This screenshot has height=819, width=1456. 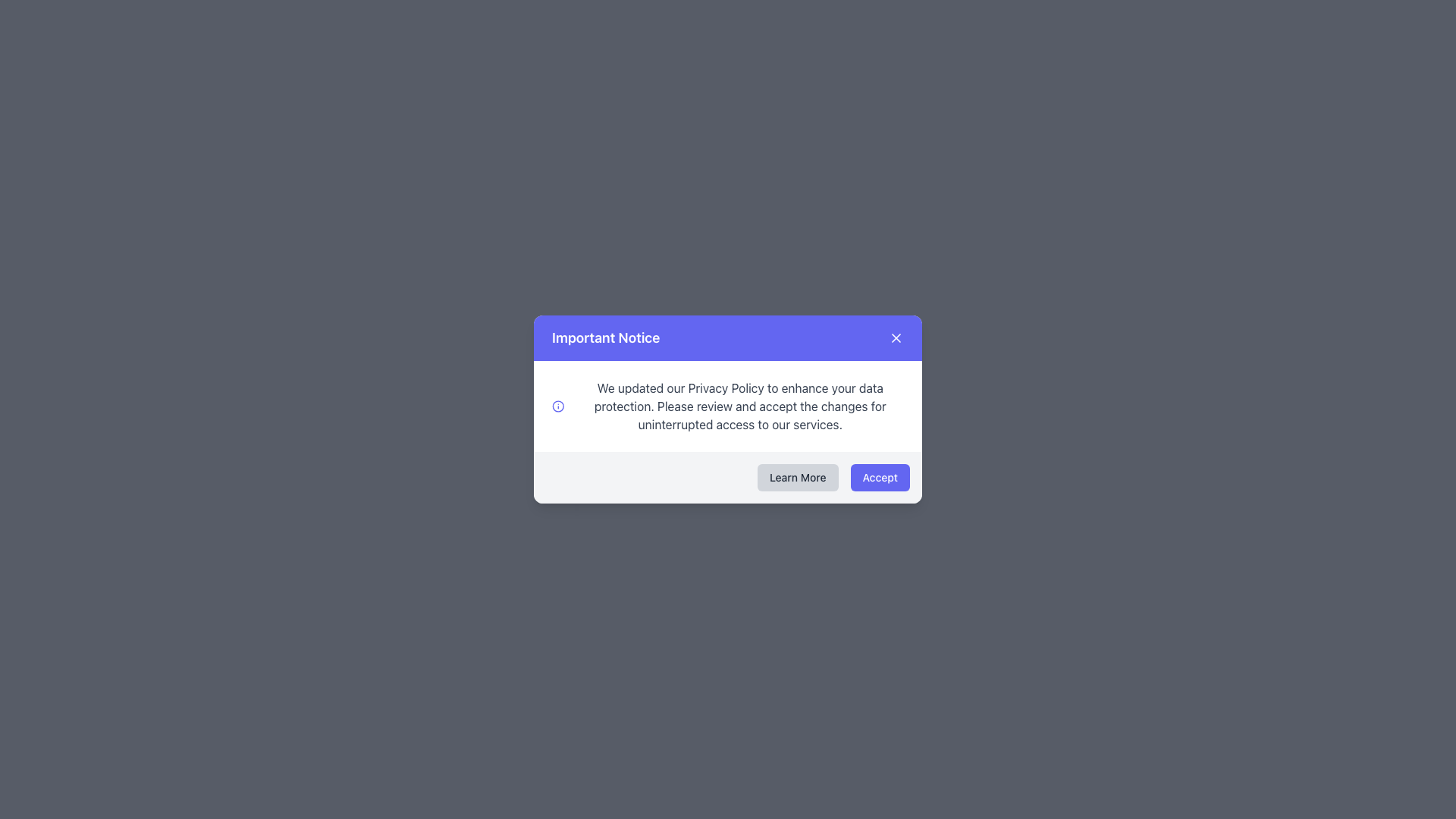 I want to click on the circular 'info' icon styled in blueish-indigo color, positioned to the left of the descriptive text message in the notification layout, so click(x=557, y=406).